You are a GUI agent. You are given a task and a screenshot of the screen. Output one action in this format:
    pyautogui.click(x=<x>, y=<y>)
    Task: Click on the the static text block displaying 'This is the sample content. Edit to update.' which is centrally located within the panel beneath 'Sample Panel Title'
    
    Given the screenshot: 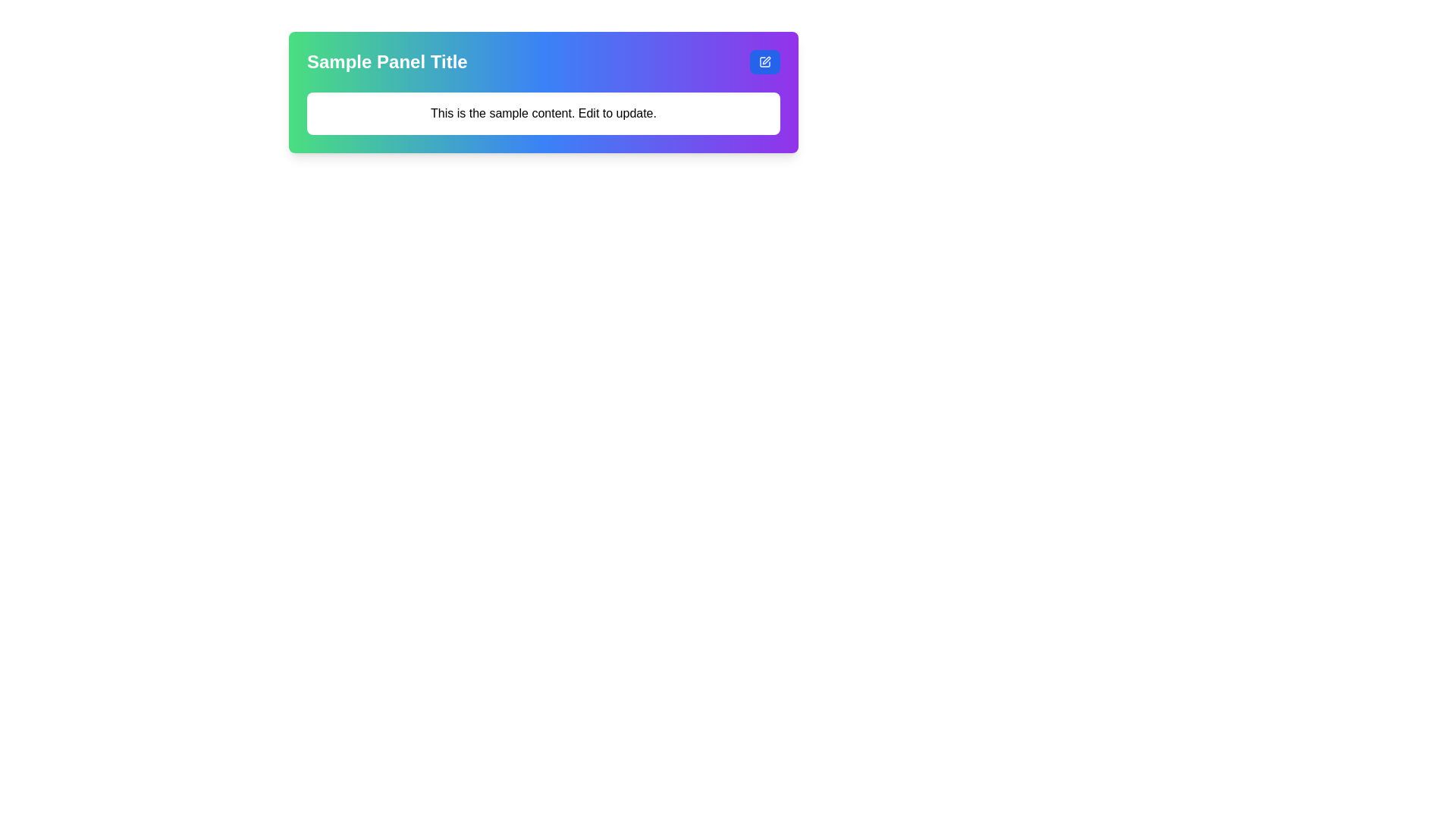 What is the action you would take?
    pyautogui.click(x=543, y=113)
    